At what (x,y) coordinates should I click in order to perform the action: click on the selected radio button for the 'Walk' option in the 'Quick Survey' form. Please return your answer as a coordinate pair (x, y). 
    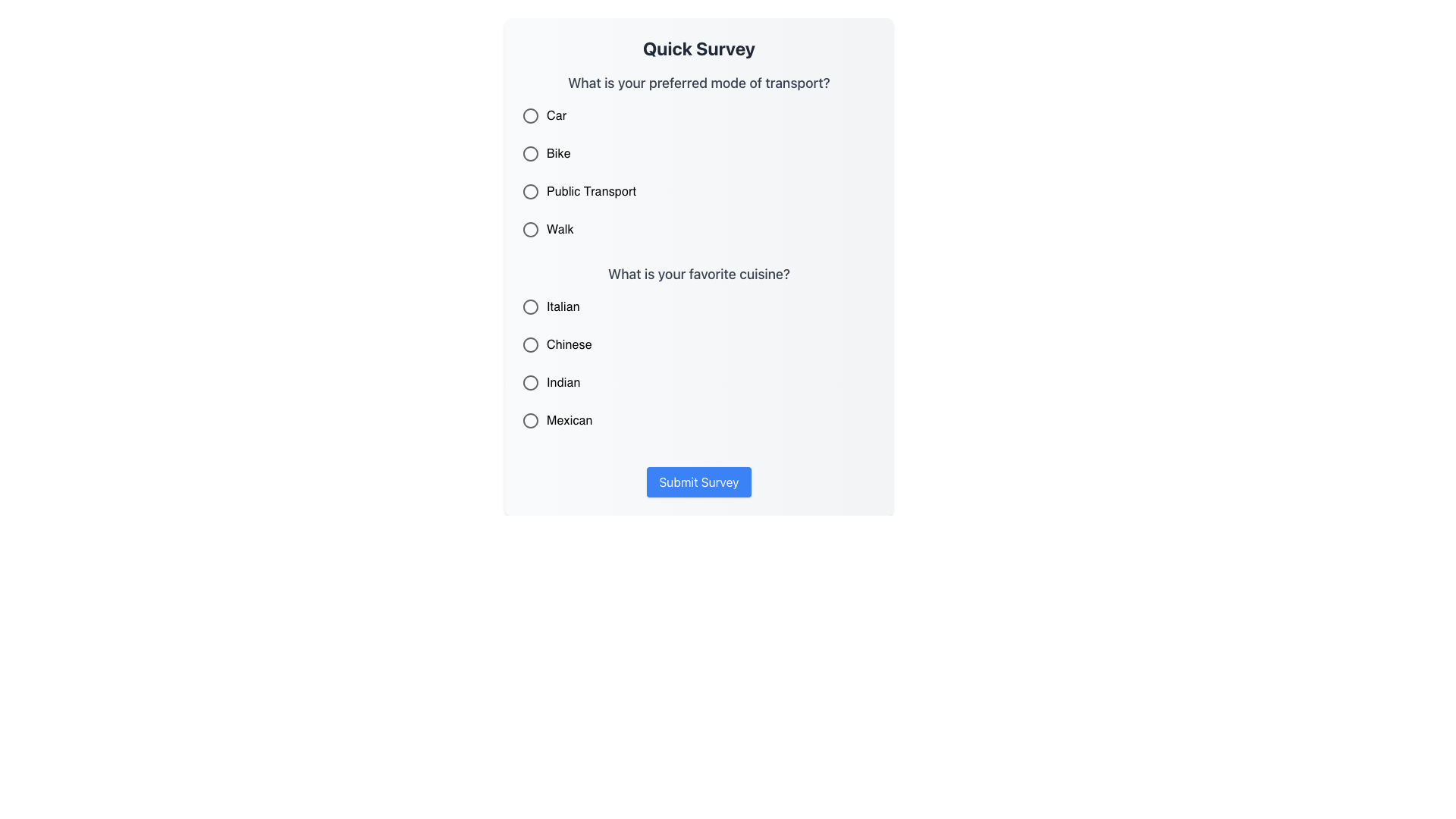
    Looking at the image, I should click on (531, 230).